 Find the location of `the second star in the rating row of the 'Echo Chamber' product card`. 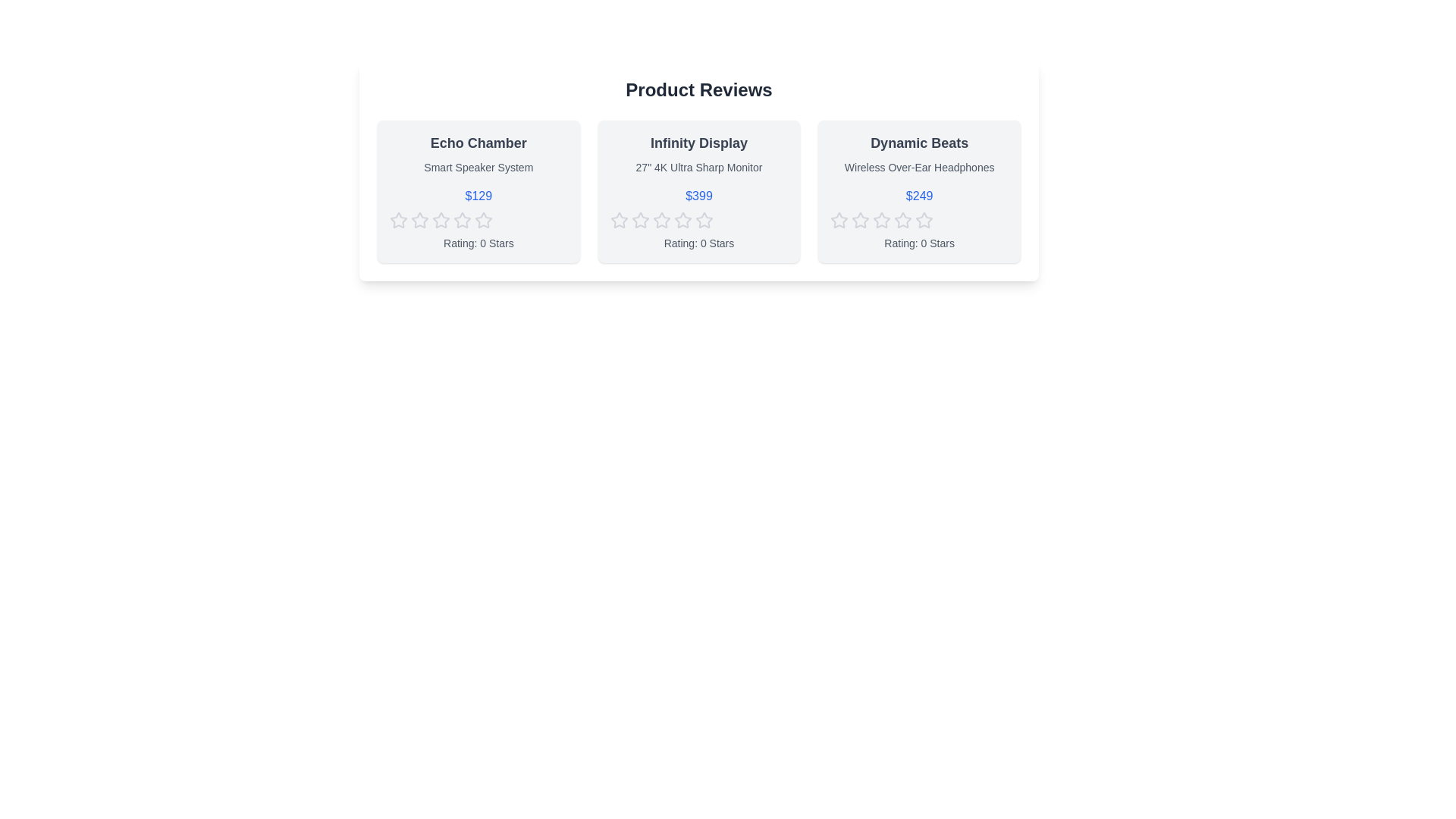

the second star in the rating row of the 'Echo Chamber' product card is located at coordinates (419, 220).